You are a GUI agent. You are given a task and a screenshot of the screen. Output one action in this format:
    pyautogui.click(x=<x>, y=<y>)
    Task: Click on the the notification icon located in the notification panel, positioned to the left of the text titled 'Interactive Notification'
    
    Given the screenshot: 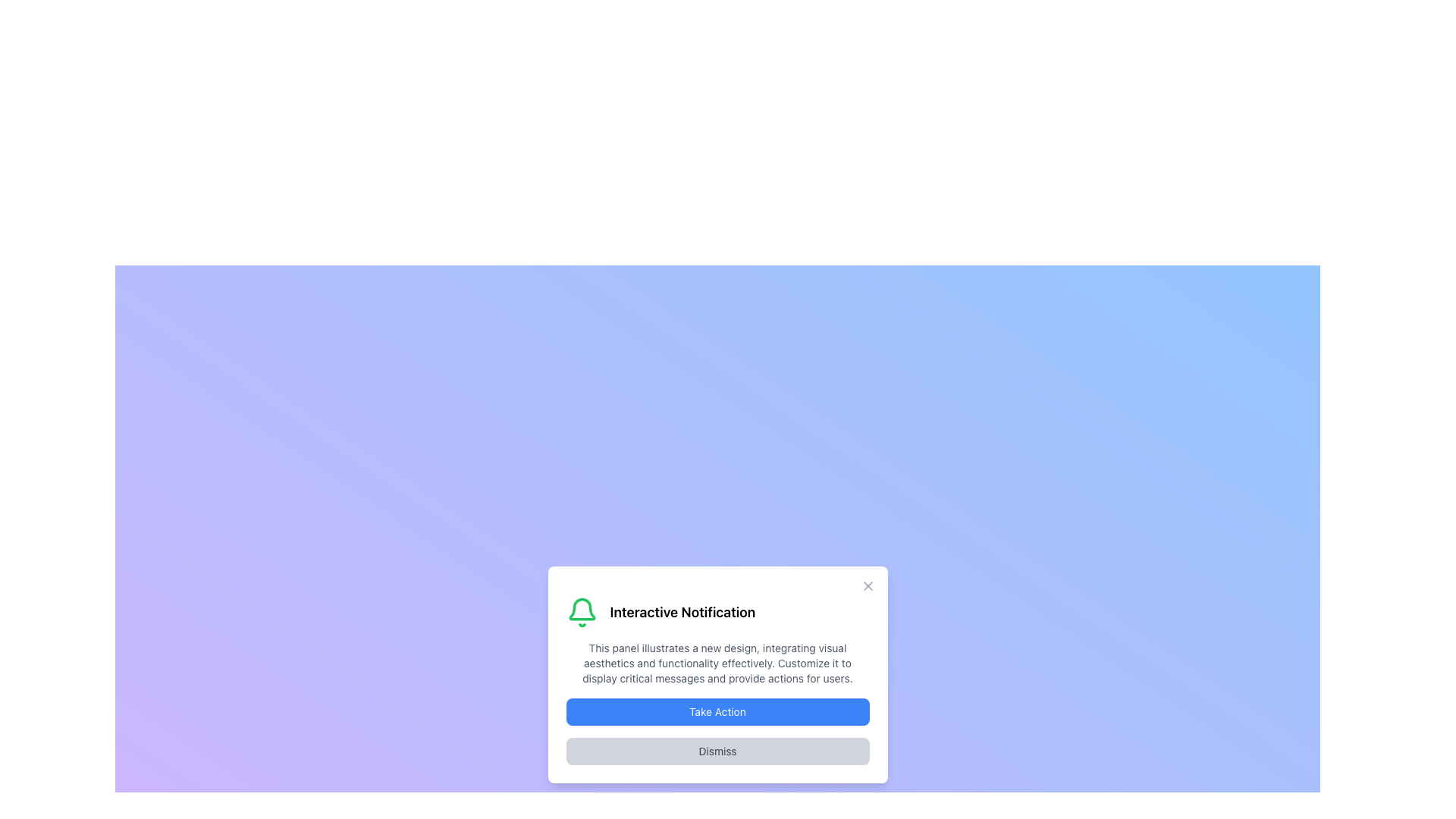 What is the action you would take?
    pyautogui.click(x=581, y=608)
    